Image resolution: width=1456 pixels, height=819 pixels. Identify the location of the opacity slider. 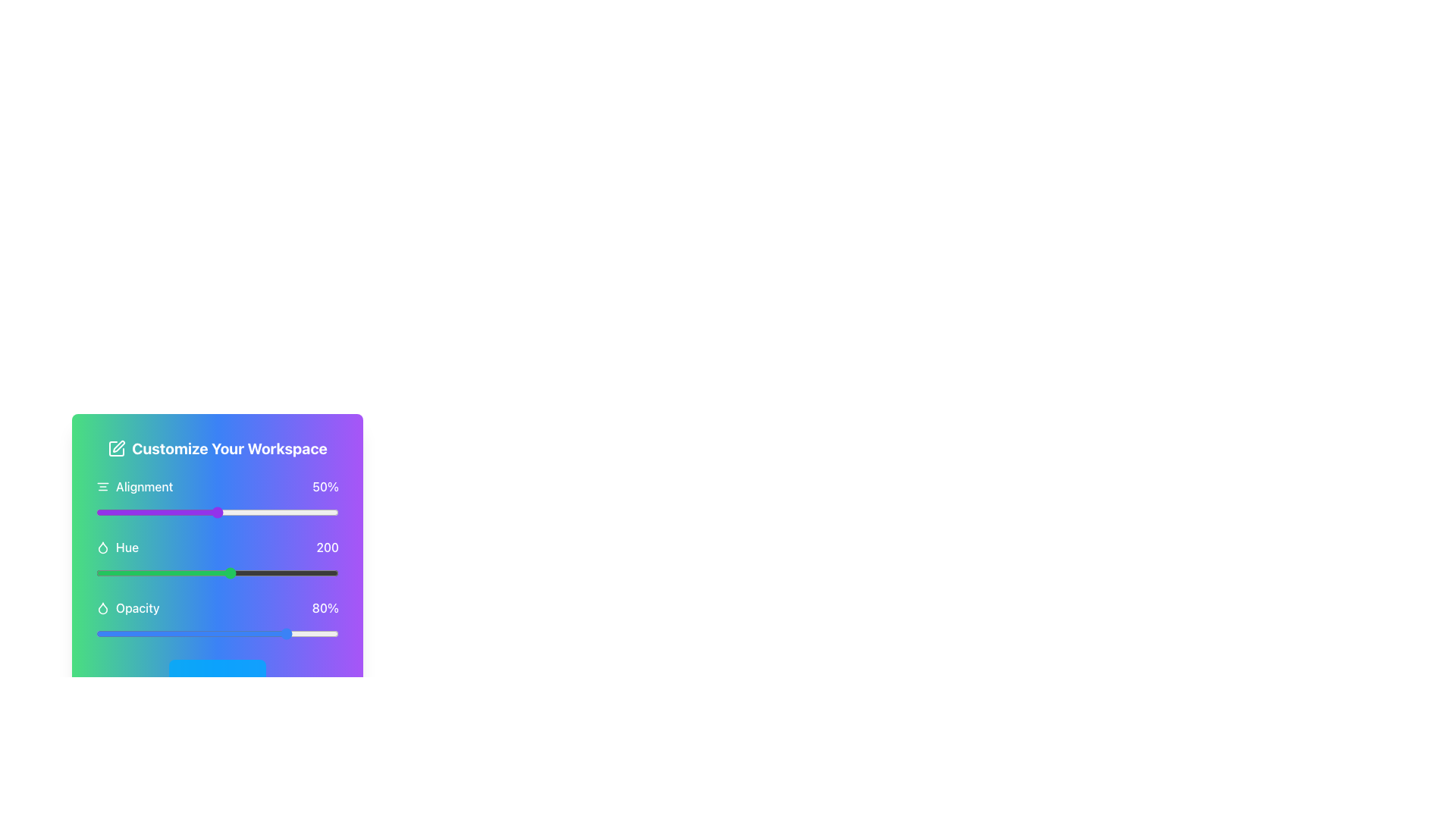
(311, 634).